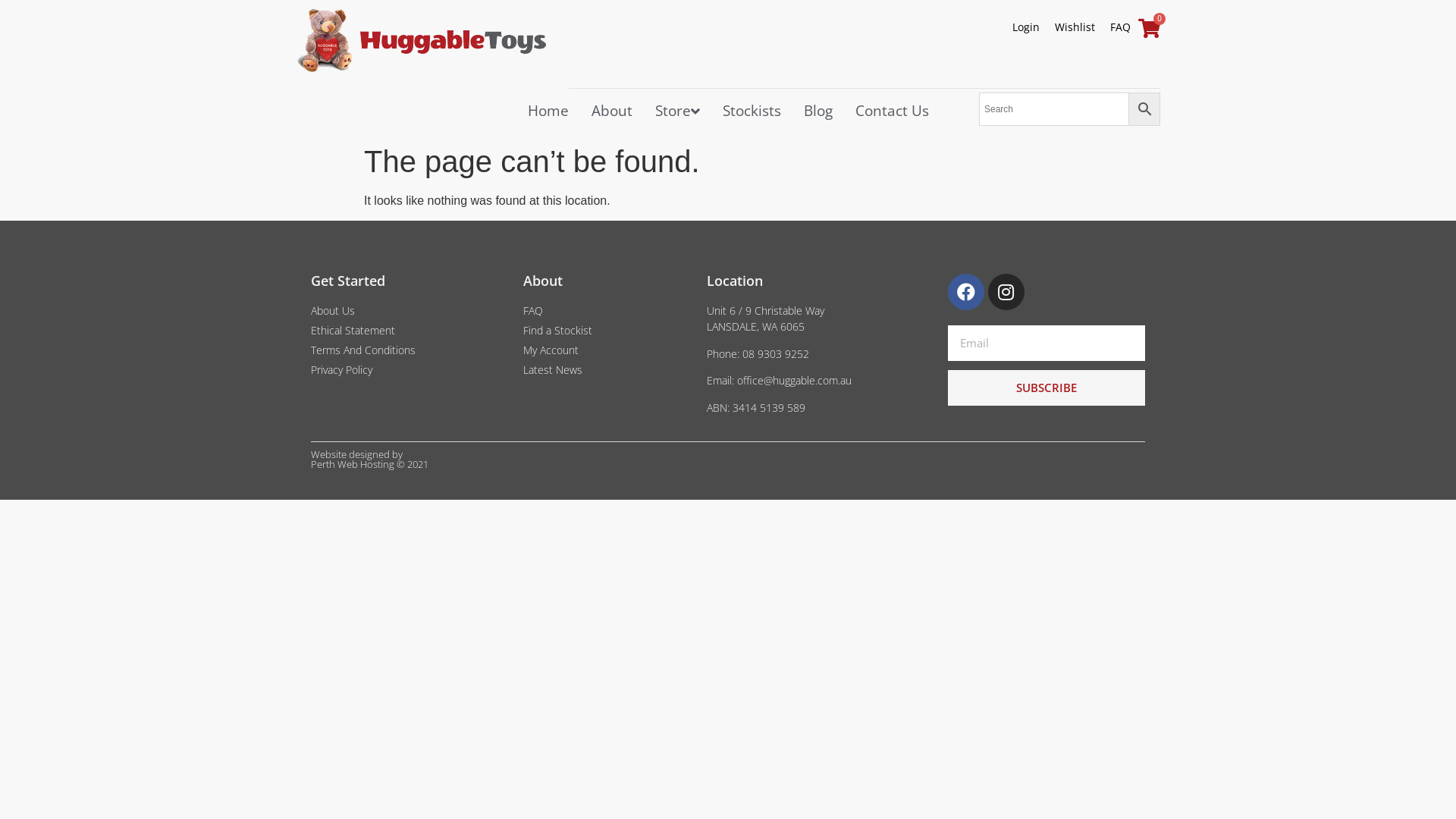 The image size is (1456, 819). Describe the element at coordinates (1074, 27) in the screenshot. I see `'Wishlist'` at that location.